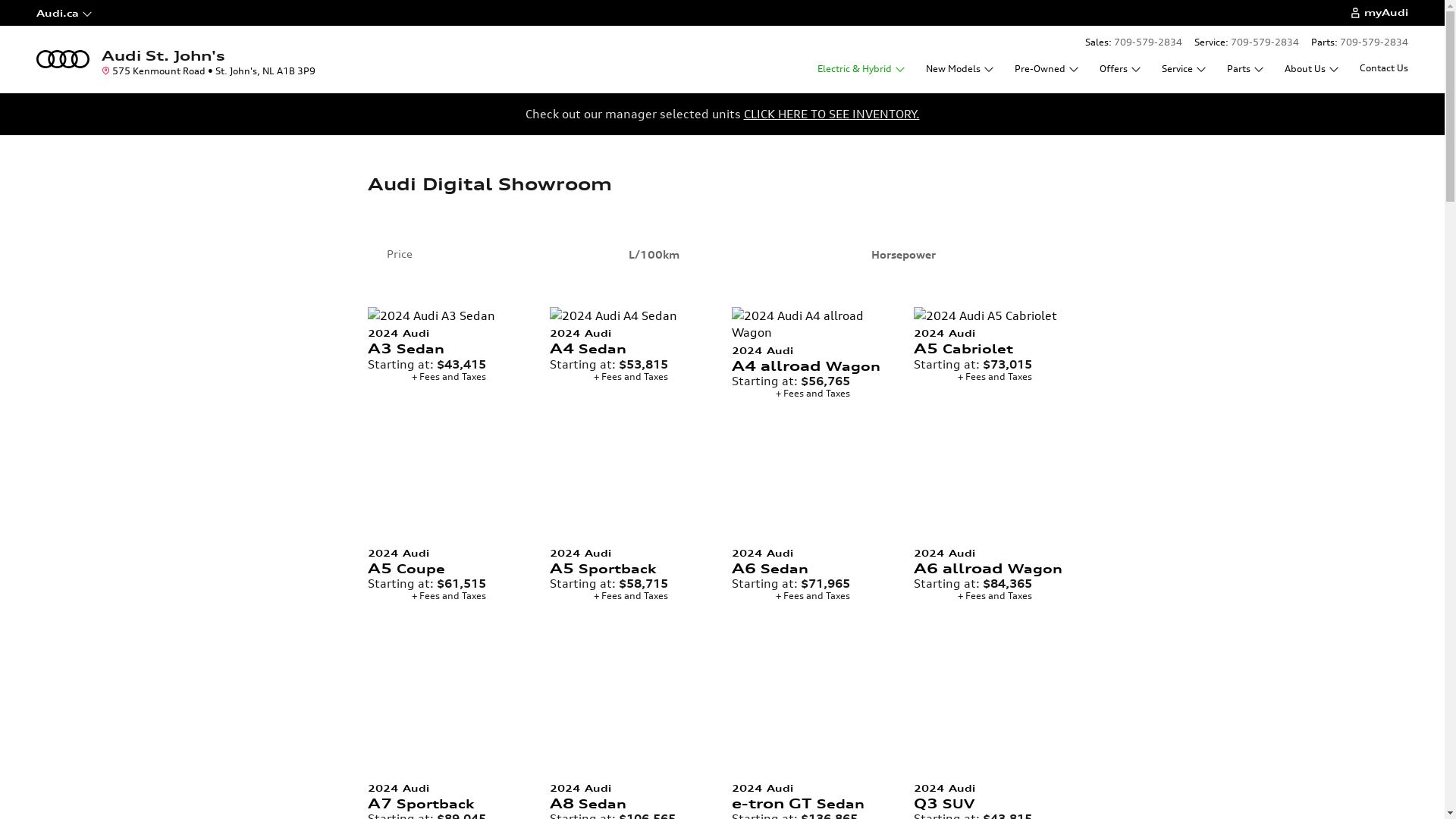 The width and height of the screenshot is (1456, 819). I want to click on '2024 Audi A4 Sedan ', so click(548, 314).